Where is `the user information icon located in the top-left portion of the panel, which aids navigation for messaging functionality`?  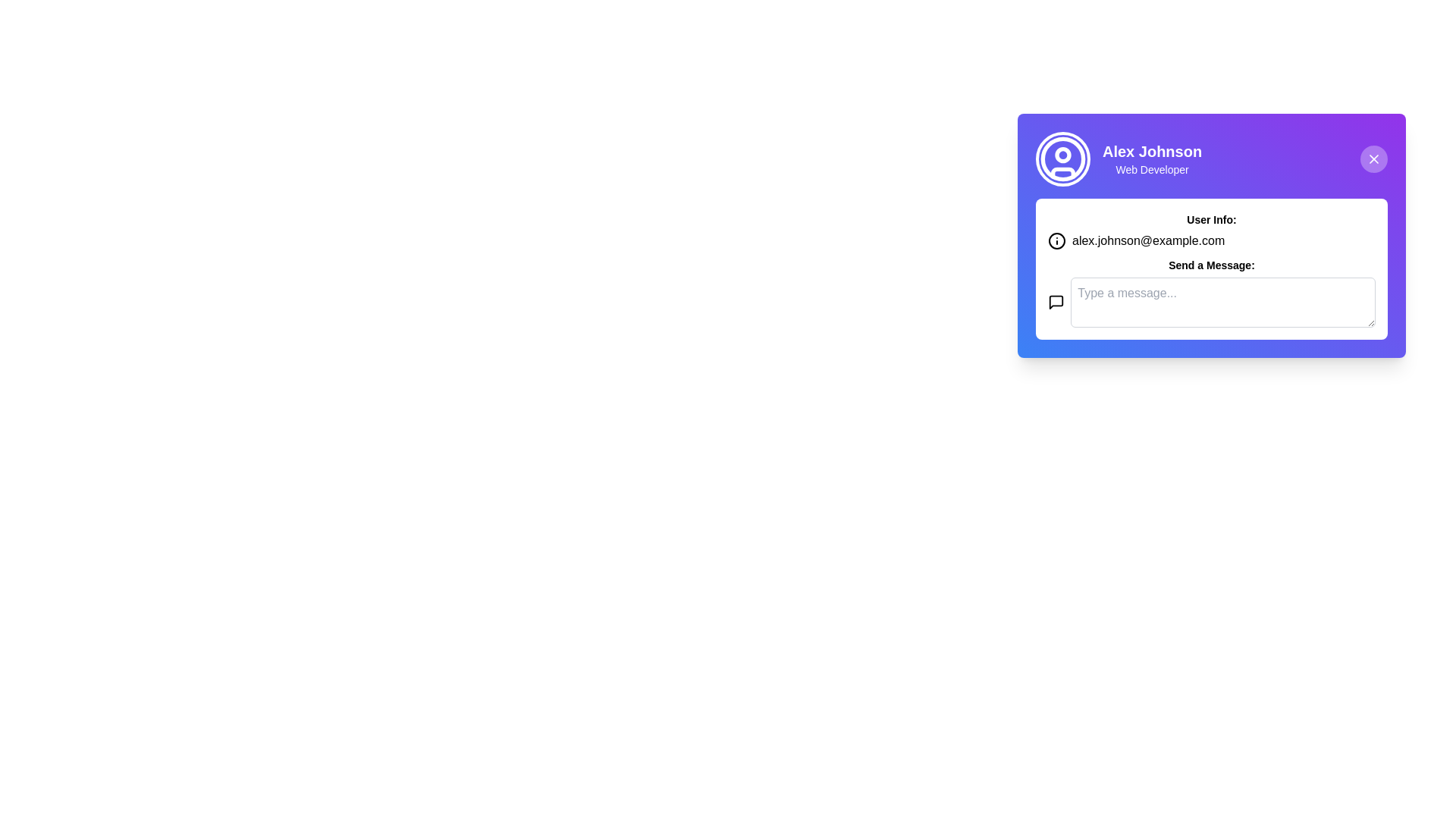
the user information icon located in the top-left portion of the panel, which aids navigation for messaging functionality is located at coordinates (1056, 302).